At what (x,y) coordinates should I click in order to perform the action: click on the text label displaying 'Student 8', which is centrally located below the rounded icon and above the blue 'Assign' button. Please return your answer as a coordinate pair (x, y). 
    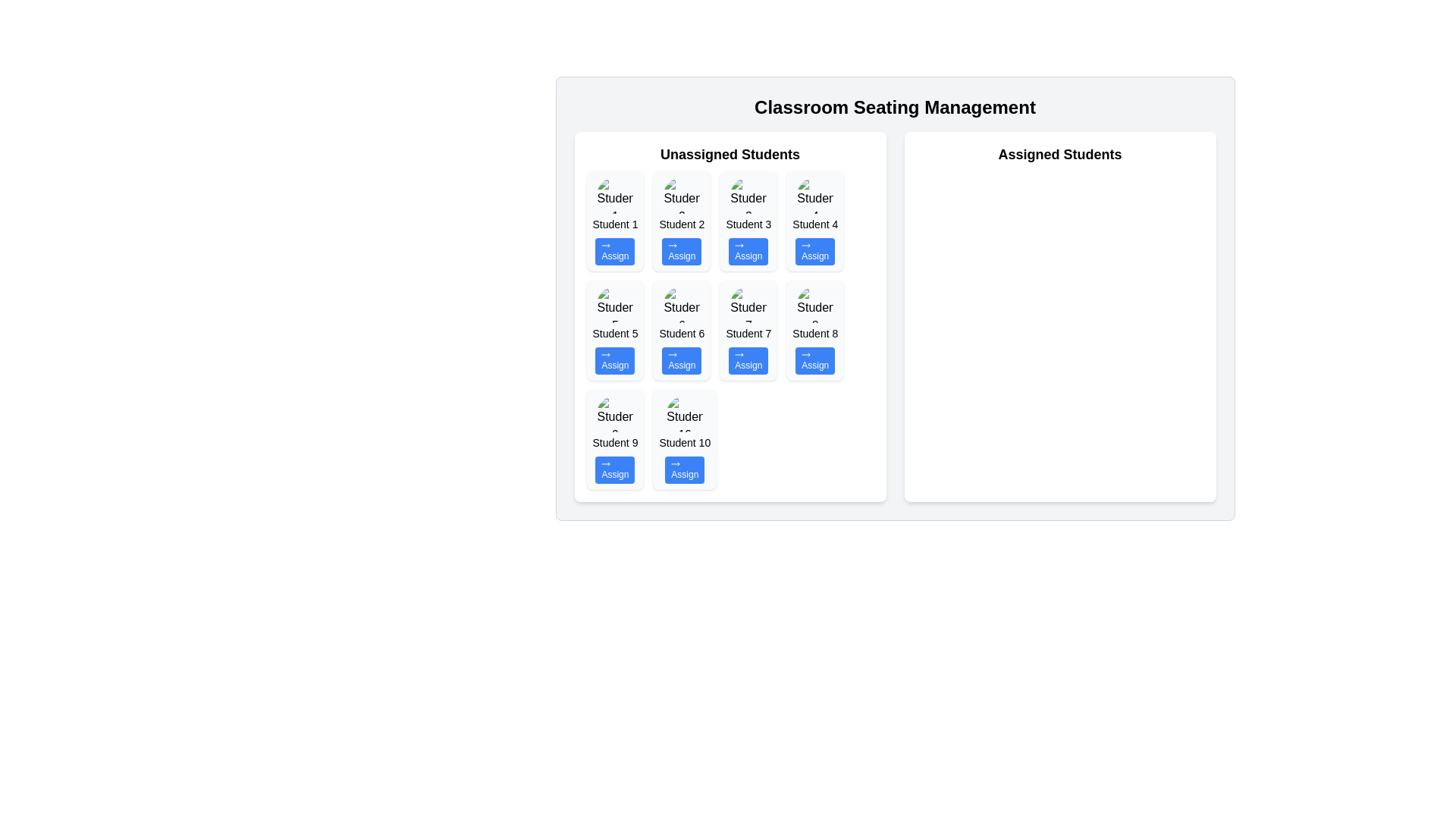
    Looking at the image, I should click on (814, 332).